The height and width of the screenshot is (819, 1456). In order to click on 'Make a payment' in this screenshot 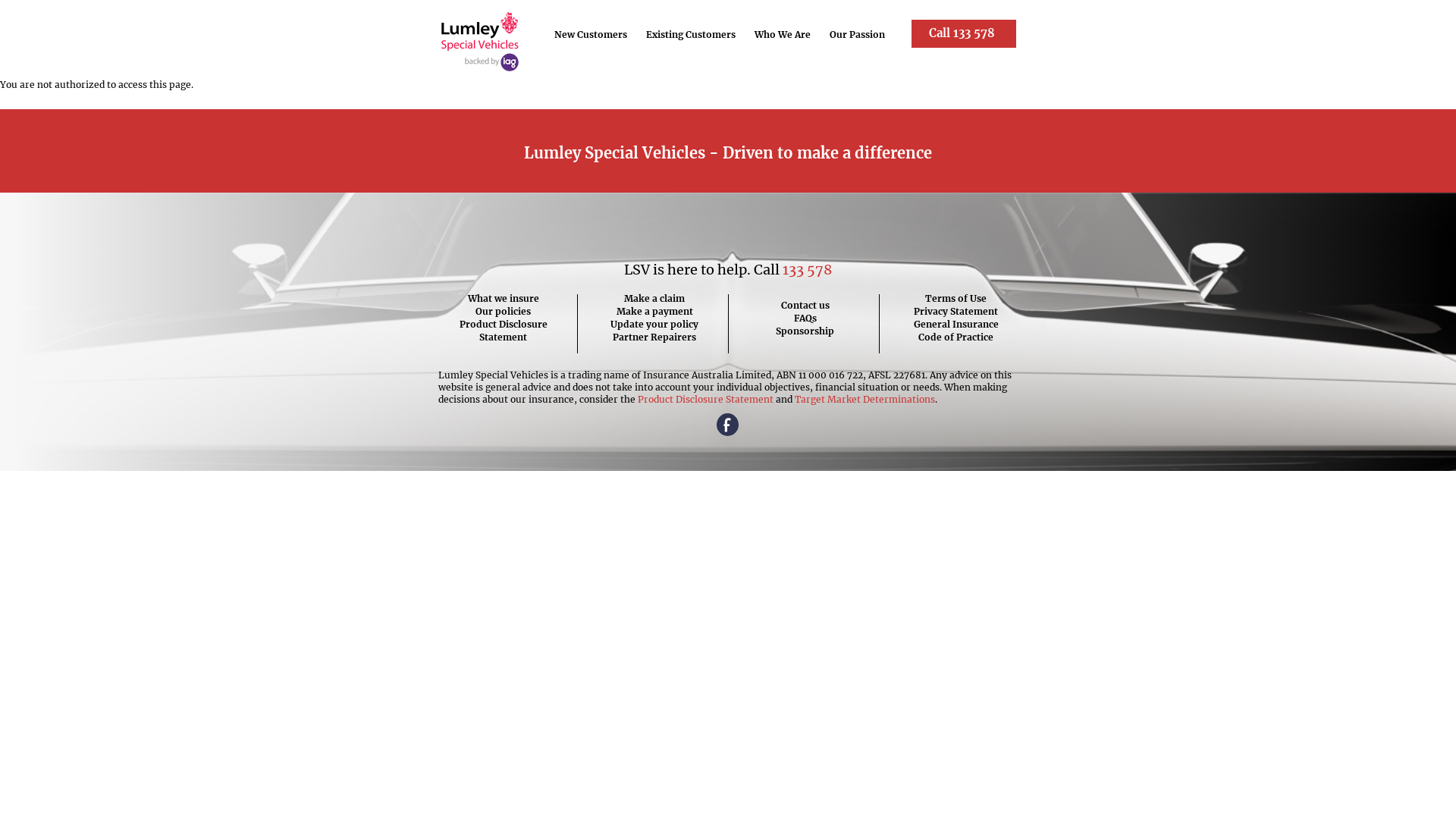, I will do `click(610, 310)`.